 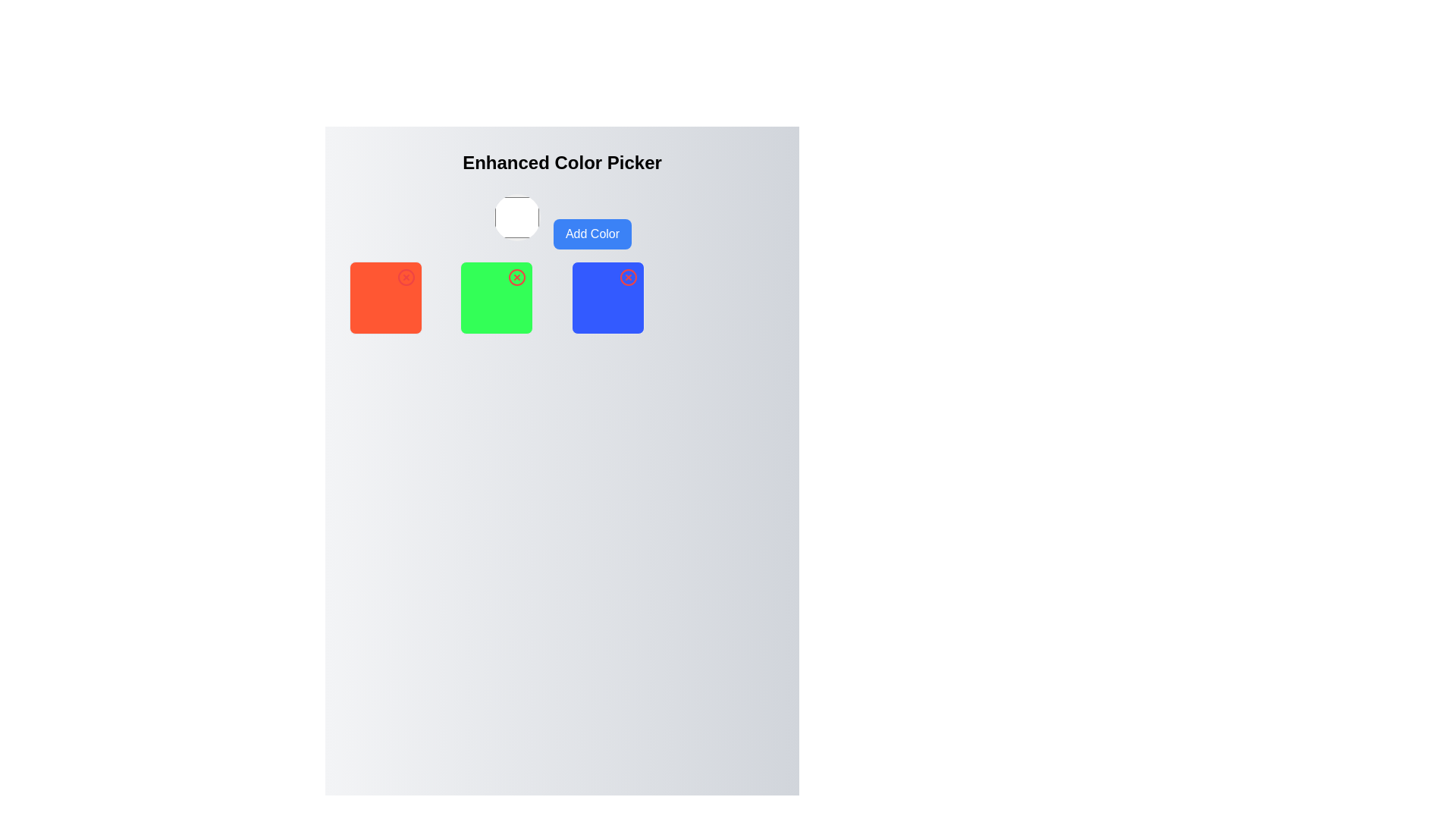 I want to click on the interactive color selection box with a bright green background, so click(x=497, y=298).